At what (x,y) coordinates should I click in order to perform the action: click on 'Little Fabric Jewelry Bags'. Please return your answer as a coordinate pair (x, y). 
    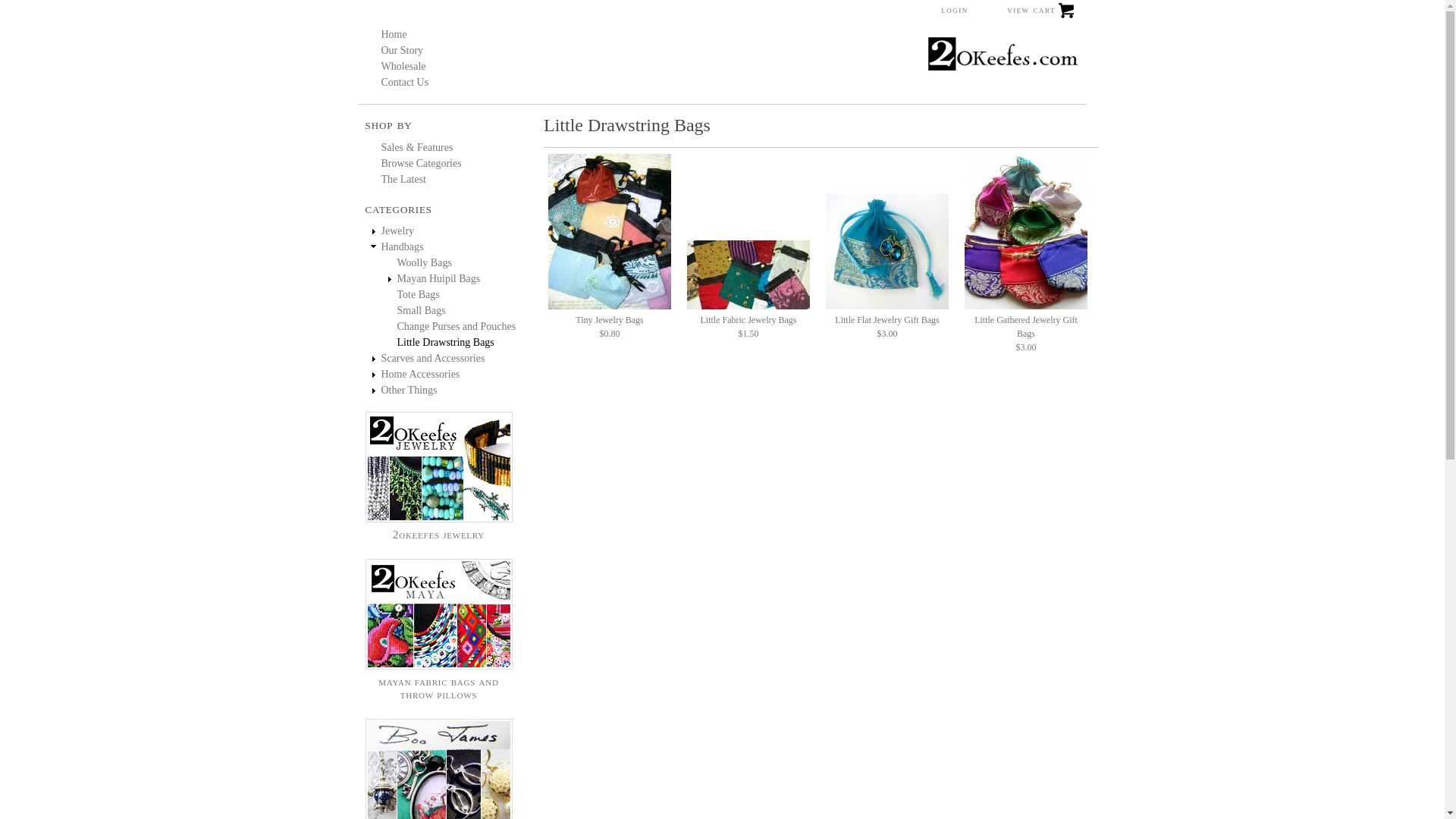
    Looking at the image, I should click on (748, 275).